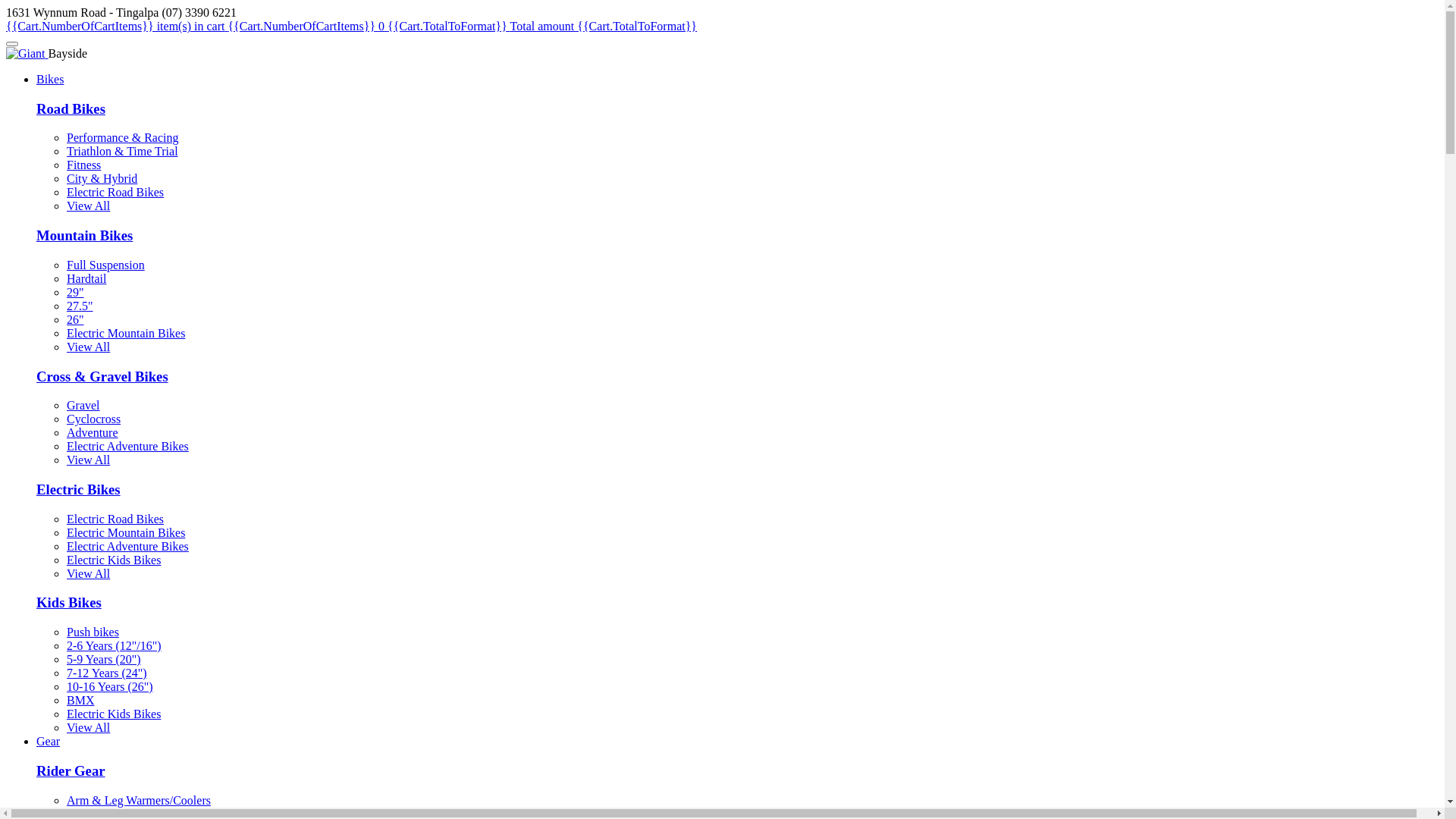  What do you see at coordinates (86, 278) in the screenshot?
I see `'Hardtail'` at bounding box center [86, 278].